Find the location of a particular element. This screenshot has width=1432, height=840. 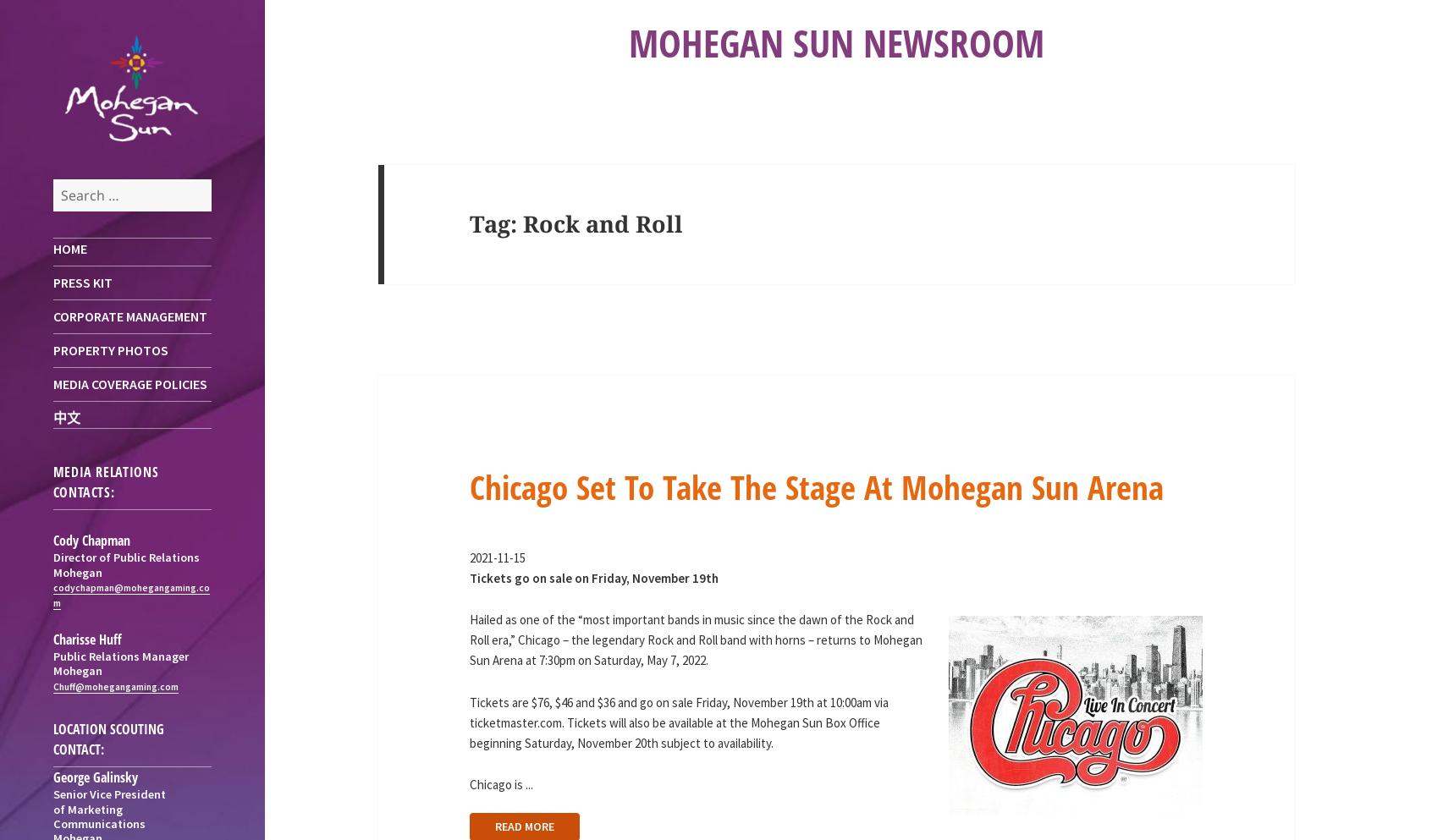

'Tickets are $76, $46 and $36 and go on sale Friday, November 19th at 10:00am via ticketmaster.com. Tickets will also be available at the Mohegan Sun Box Office beginning Saturday, November 20th subject to availability.' is located at coordinates (678, 721).